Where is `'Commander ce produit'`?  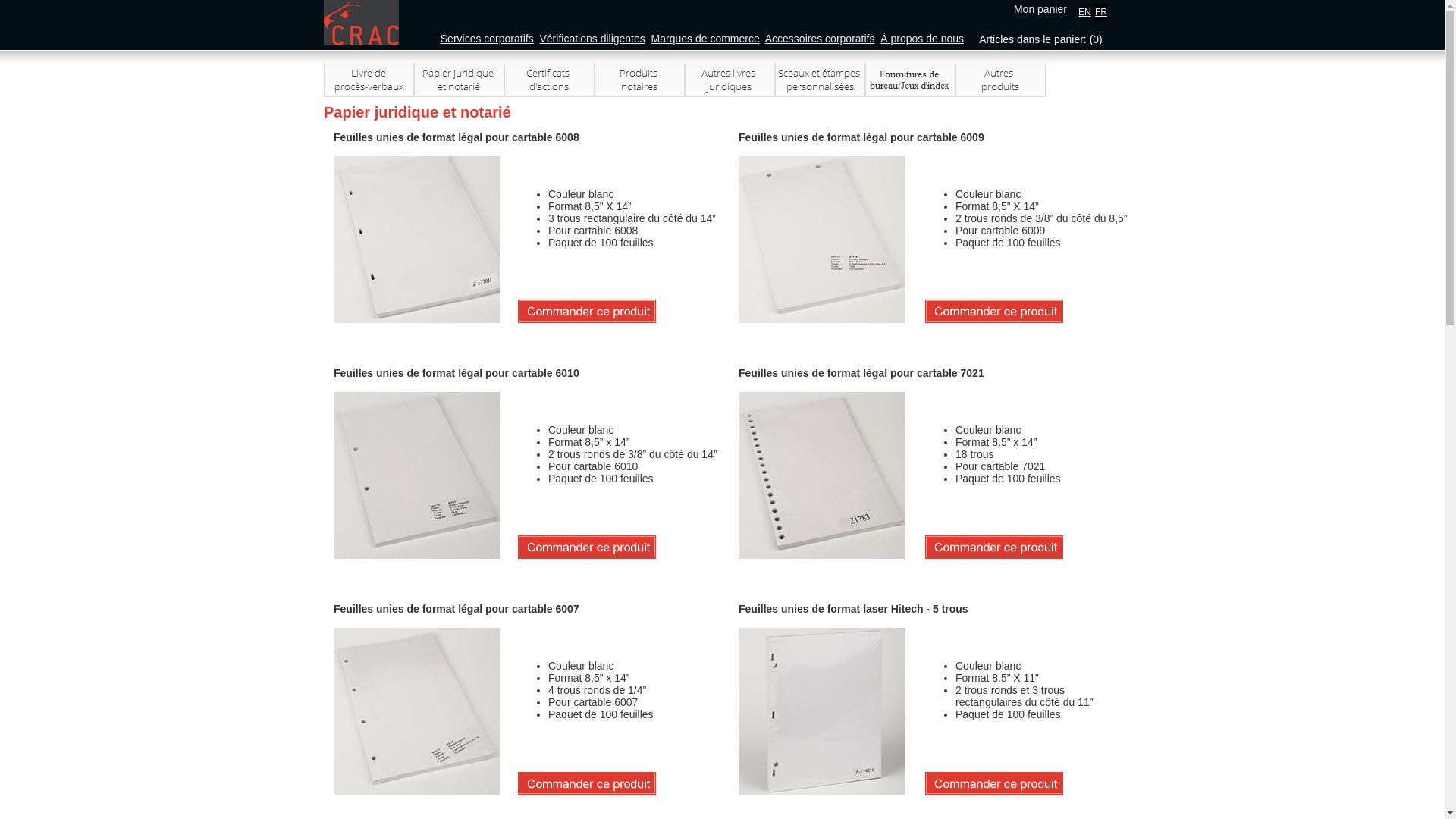
'Commander ce produit' is located at coordinates (585, 547).